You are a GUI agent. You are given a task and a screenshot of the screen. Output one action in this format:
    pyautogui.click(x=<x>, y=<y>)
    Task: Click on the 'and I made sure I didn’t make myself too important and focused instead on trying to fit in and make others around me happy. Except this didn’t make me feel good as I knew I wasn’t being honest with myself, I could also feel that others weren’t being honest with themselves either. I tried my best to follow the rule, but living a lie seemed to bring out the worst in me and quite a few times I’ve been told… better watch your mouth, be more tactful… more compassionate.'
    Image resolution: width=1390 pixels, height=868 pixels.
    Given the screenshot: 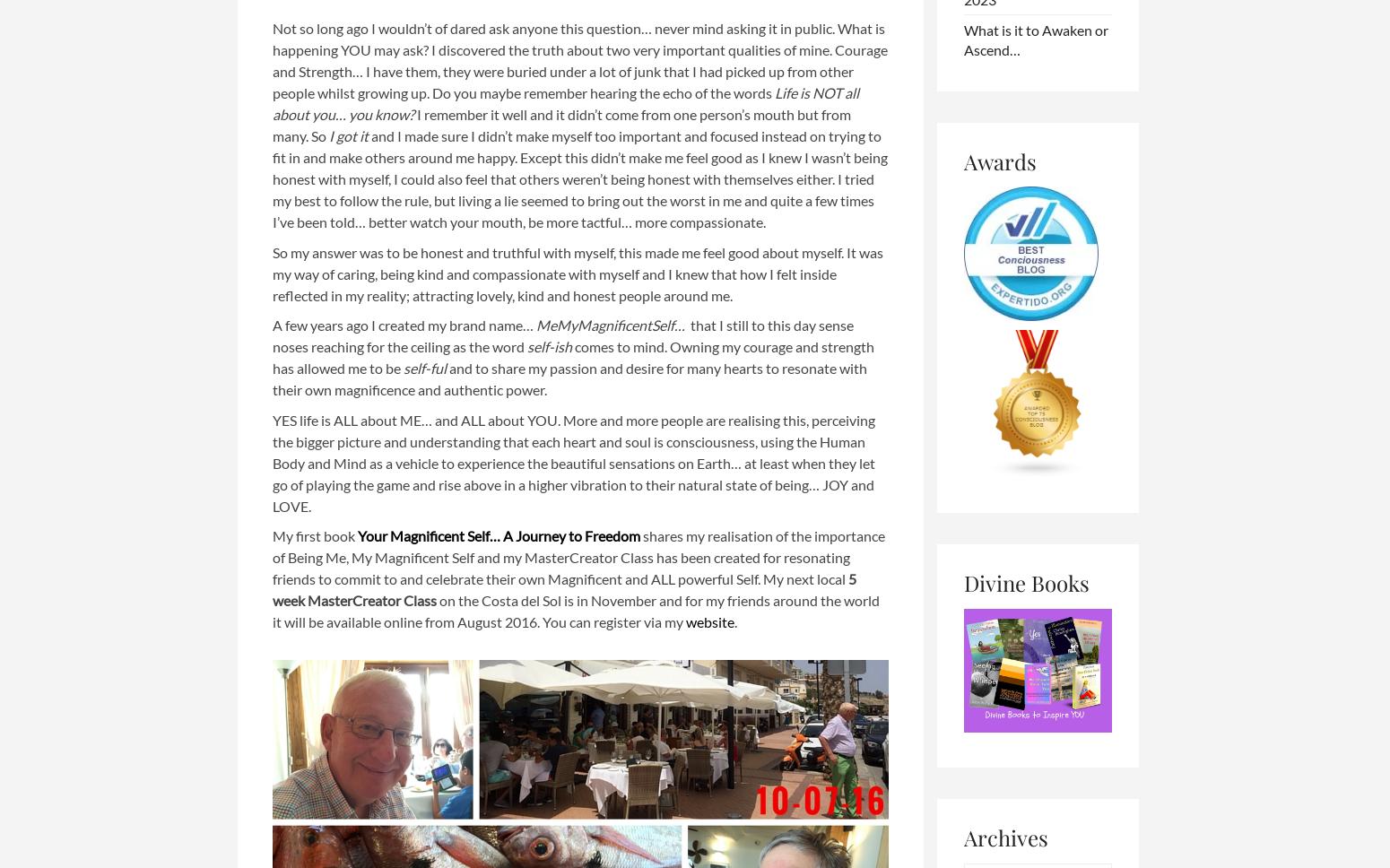 What is the action you would take?
    pyautogui.click(x=578, y=178)
    